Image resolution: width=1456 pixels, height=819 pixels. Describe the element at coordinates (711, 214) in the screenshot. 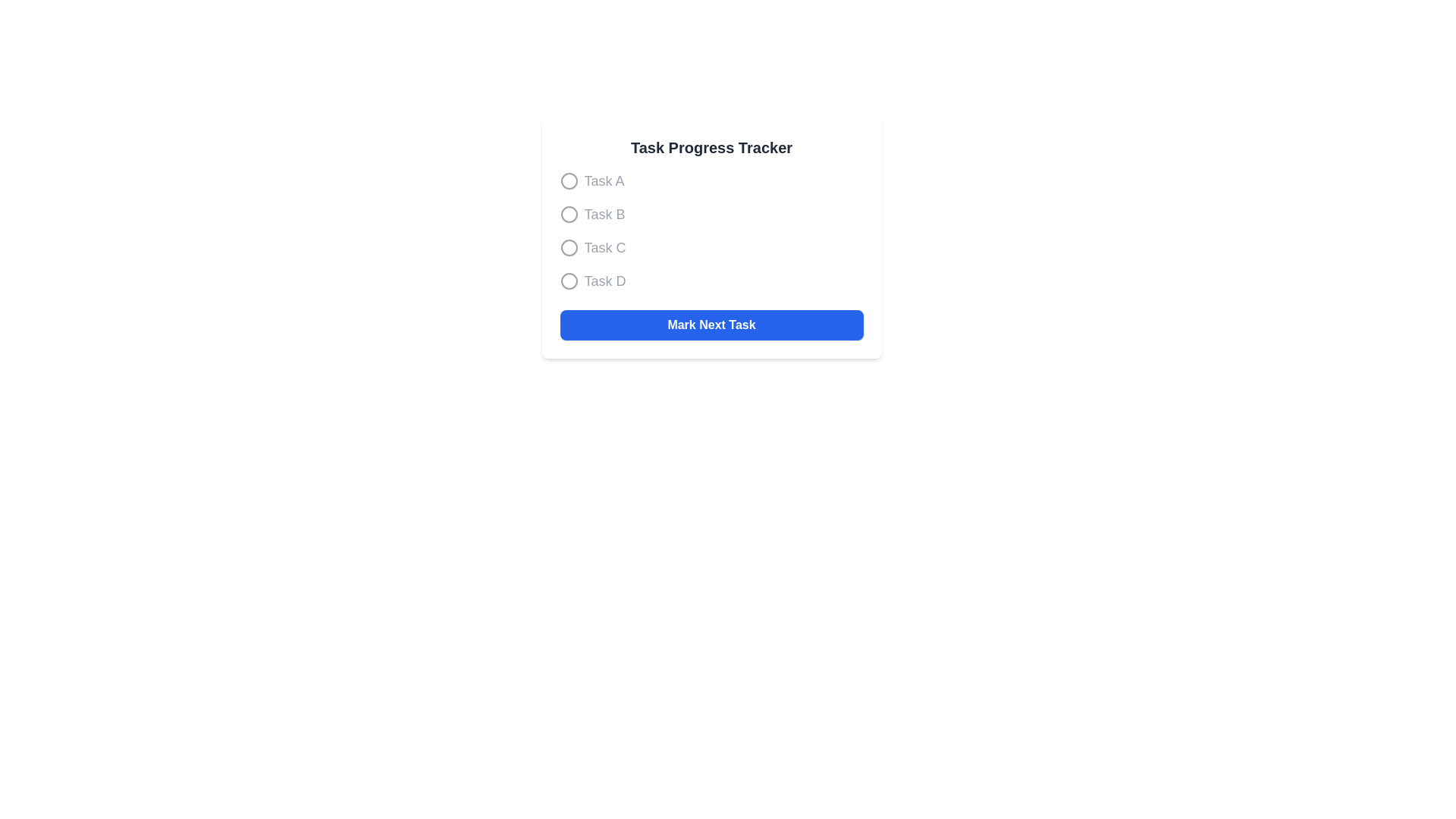

I see `the radio button of the second item in the selectable list labeled 'Task B' for keyboard interaction` at that location.